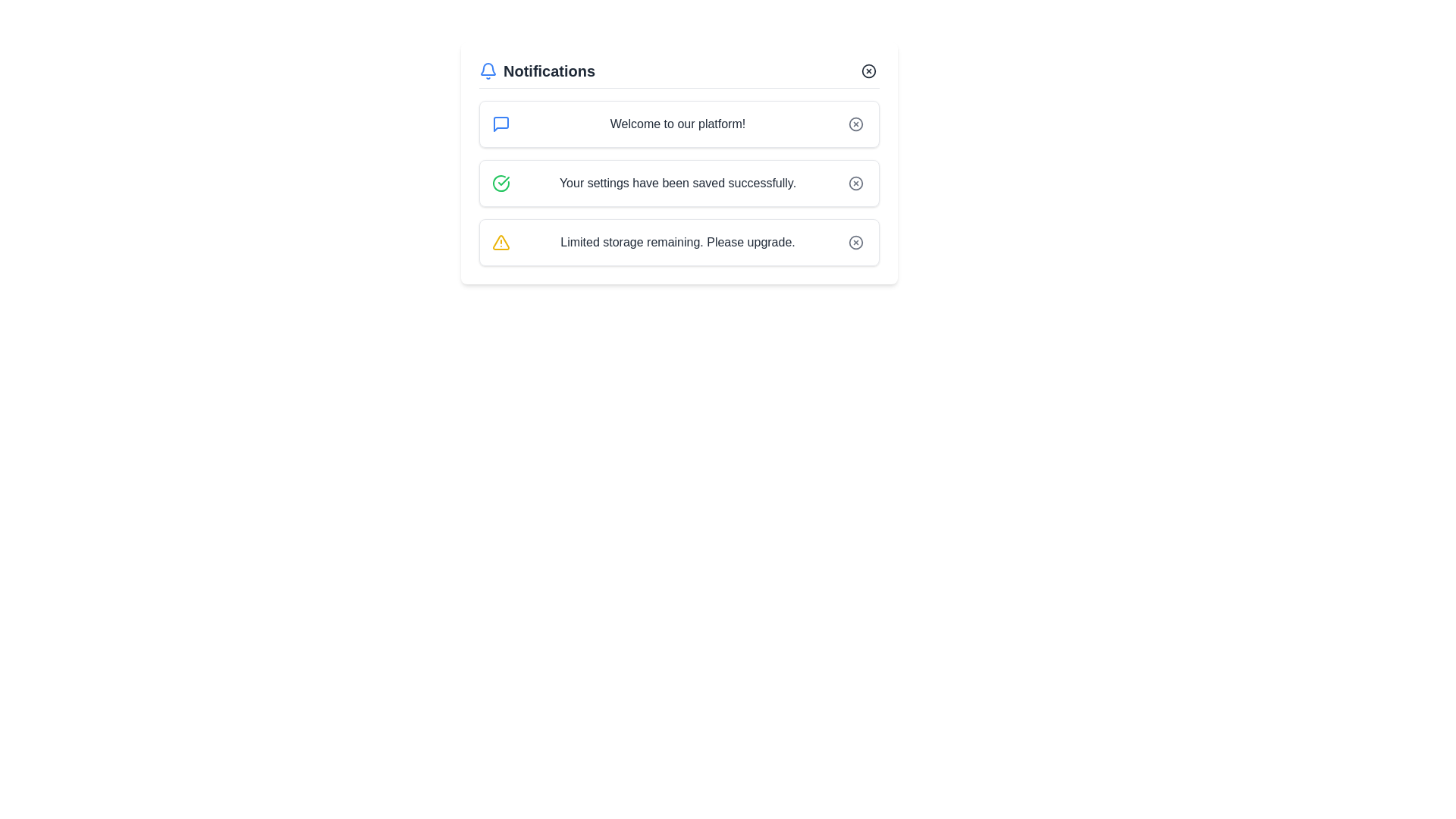 The height and width of the screenshot is (819, 1456). Describe the element at coordinates (679, 242) in the screenshot. I see `the Notification Card that notifies about storage limitations and encourages upgrading, which is the third item in the list of notifications` at that location.